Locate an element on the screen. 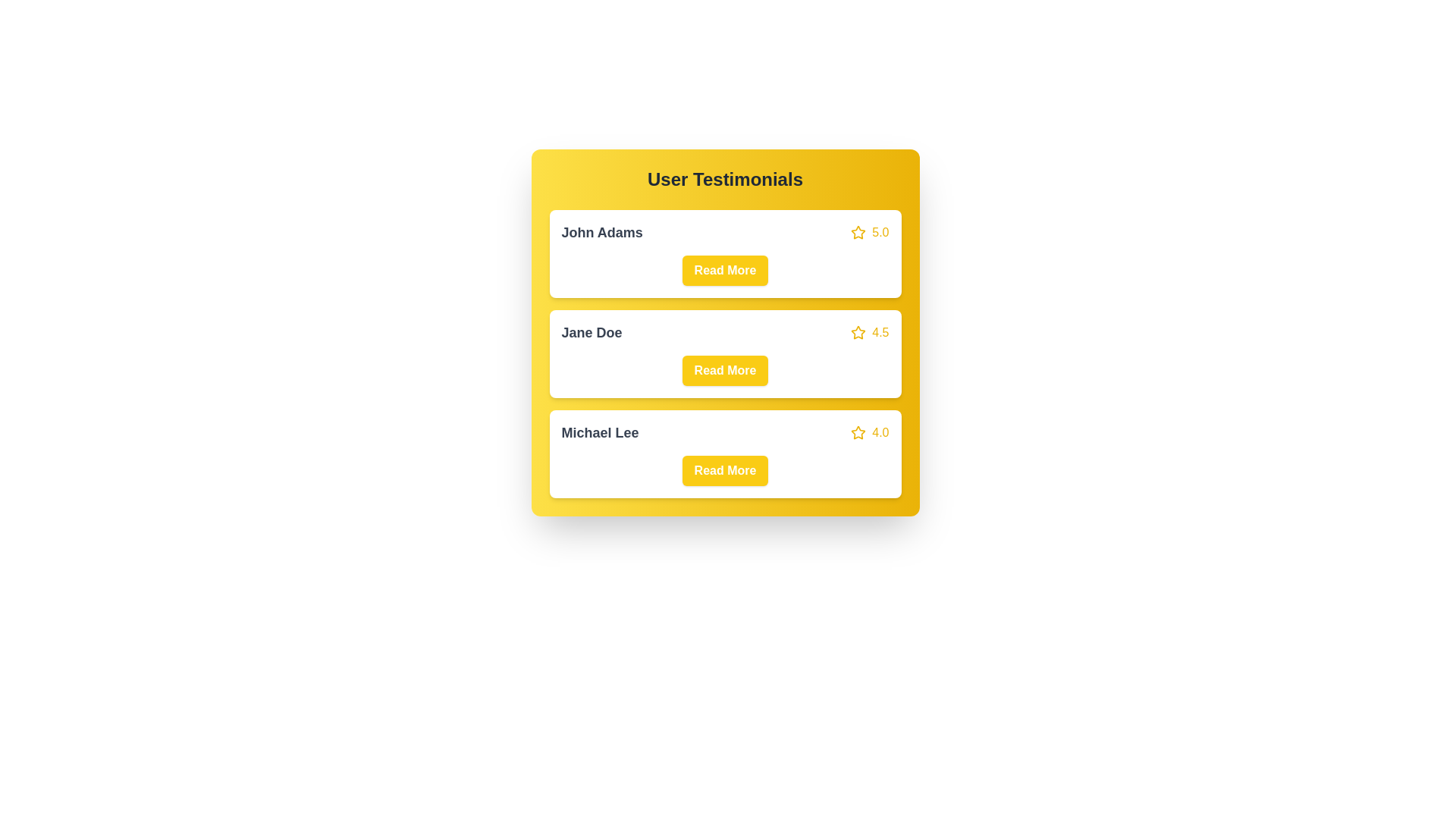 The height and width of the screenshot is (819, 1456). the star icon of the testimonial corresponding to John Adams is located at coordinates (858, 233).